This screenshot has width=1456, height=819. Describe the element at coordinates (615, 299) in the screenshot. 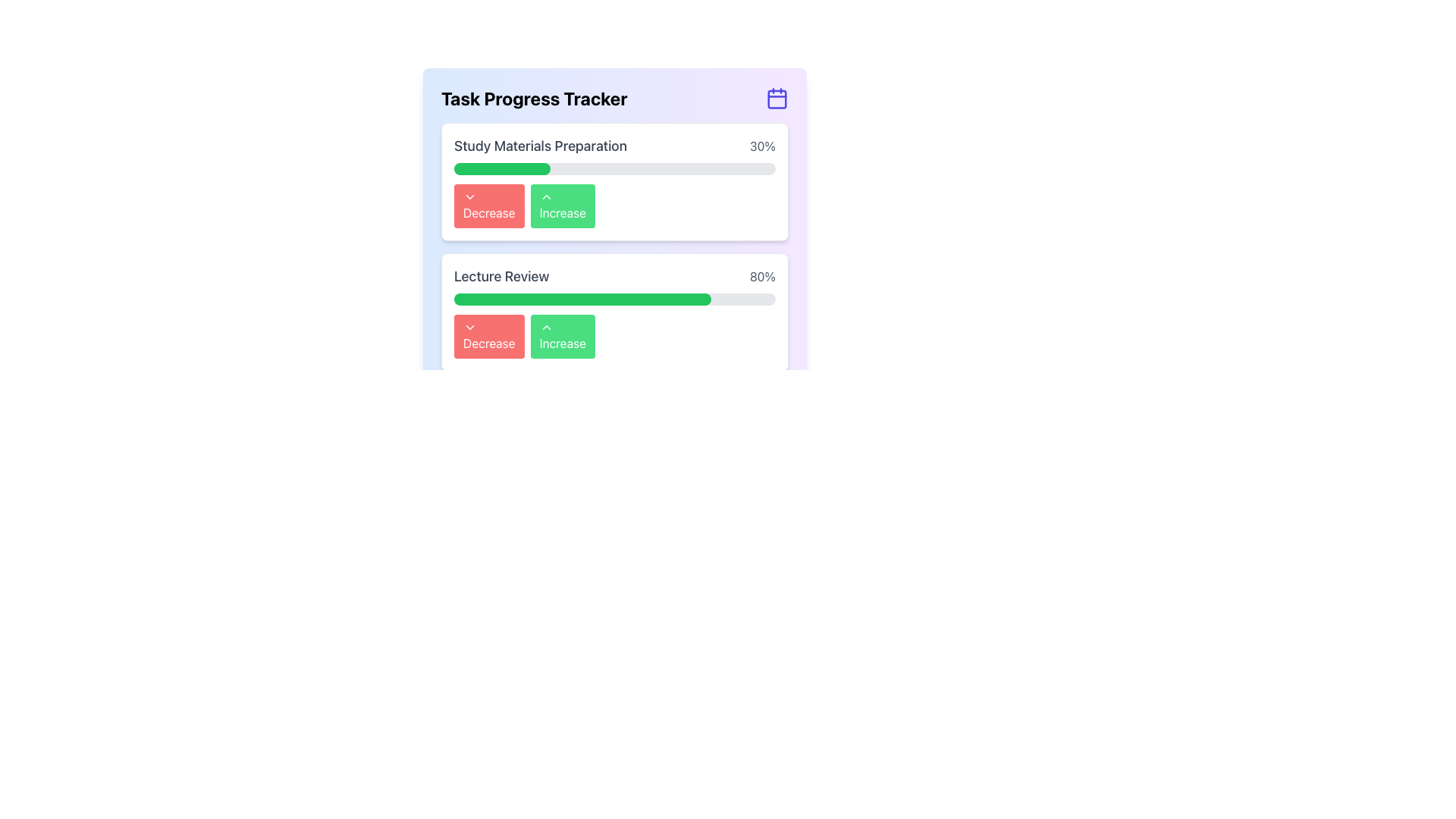

I see `the horizontal progress bar indicating 80% progress in the 'Lecture Review' section of the interface` at that location.